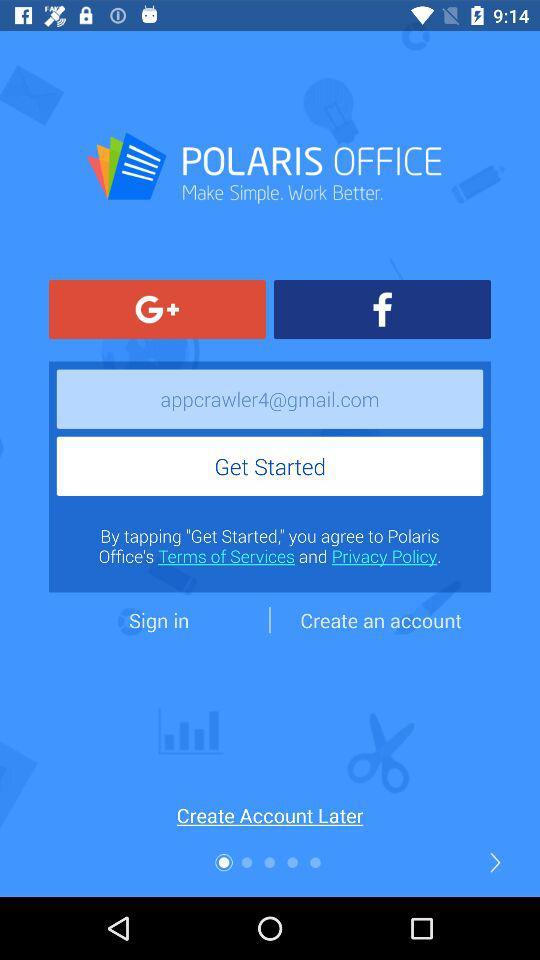 Image resolution: width=540 pixels, height=960 pixels. I want to click on the facebook icon, so click(382, 309).